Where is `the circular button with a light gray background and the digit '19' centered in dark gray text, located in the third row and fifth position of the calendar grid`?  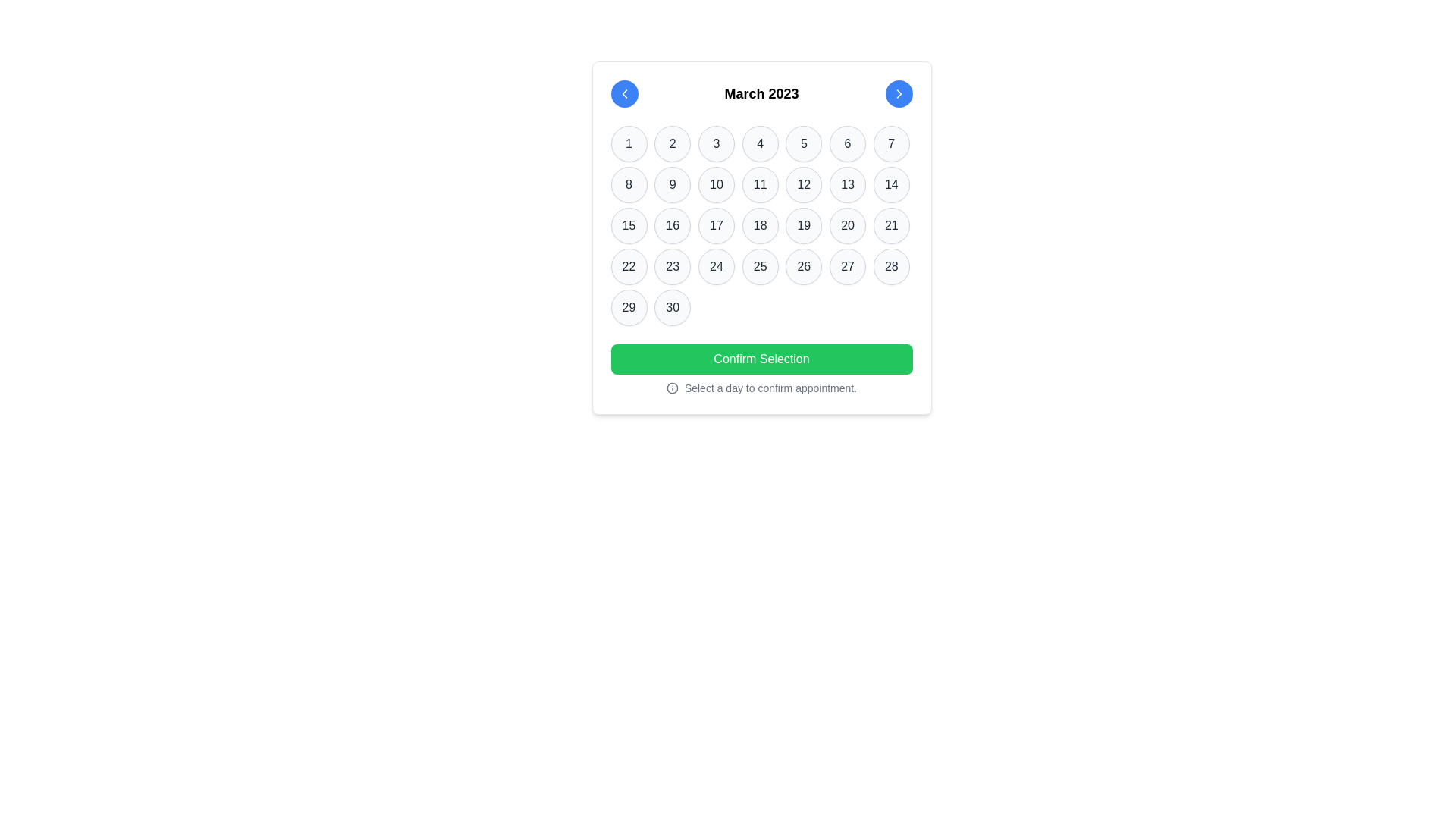 the circular button with a light gray background and the digit '19' centered in dark gray text, located in the third row and fifth position of the calendar grid is located at coordinates (803, 225).